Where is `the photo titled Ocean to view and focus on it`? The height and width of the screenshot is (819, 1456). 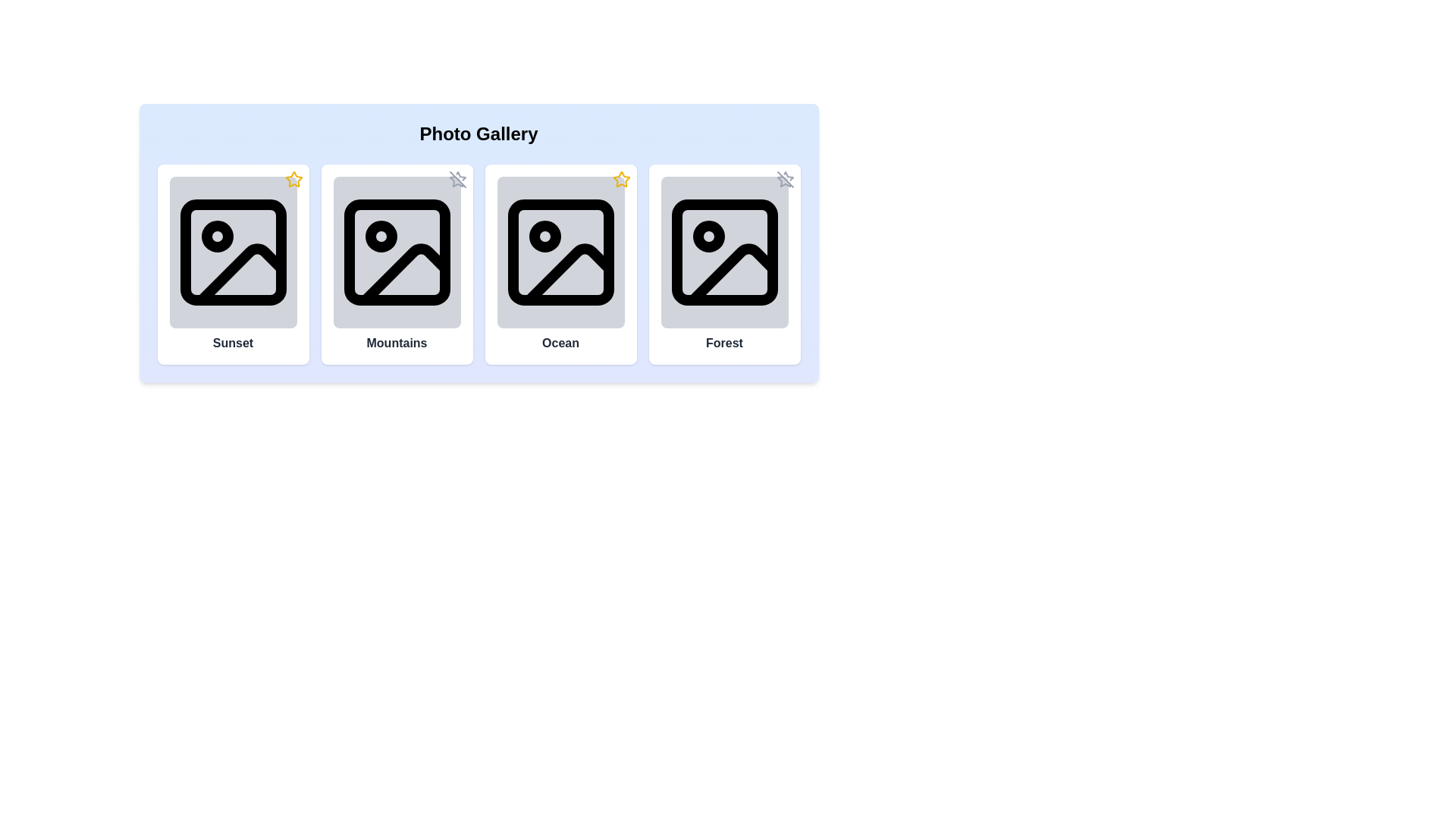 the photo titled Ocean to view and focus on it is located at coordinates (560, 251).